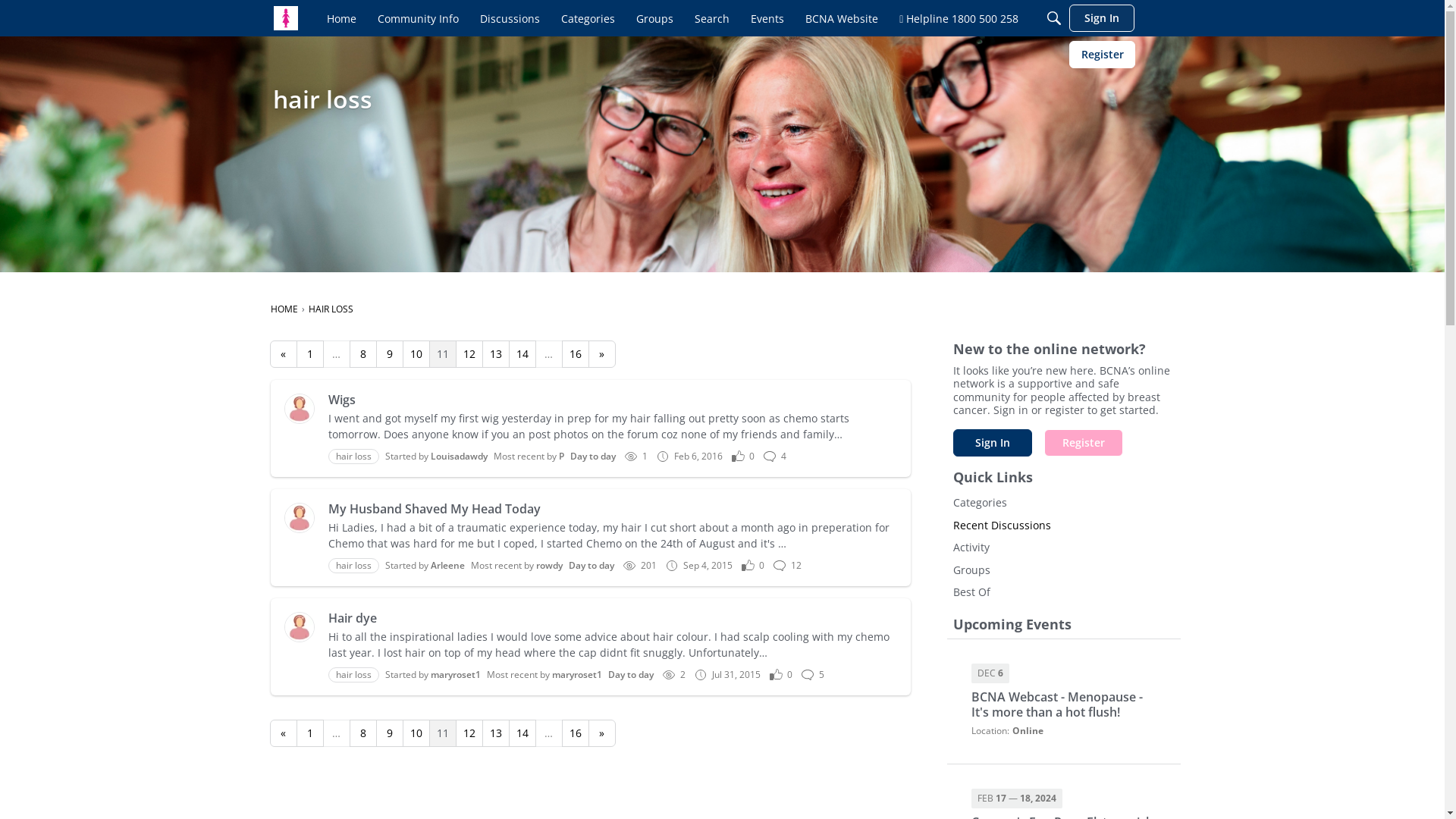 Image resolution: width=1456 pixels, height=819 pixels. What do you see at coordinates (284, 308) in the screenshot?
I see `'HOME'` at bounding box center [284, 308].